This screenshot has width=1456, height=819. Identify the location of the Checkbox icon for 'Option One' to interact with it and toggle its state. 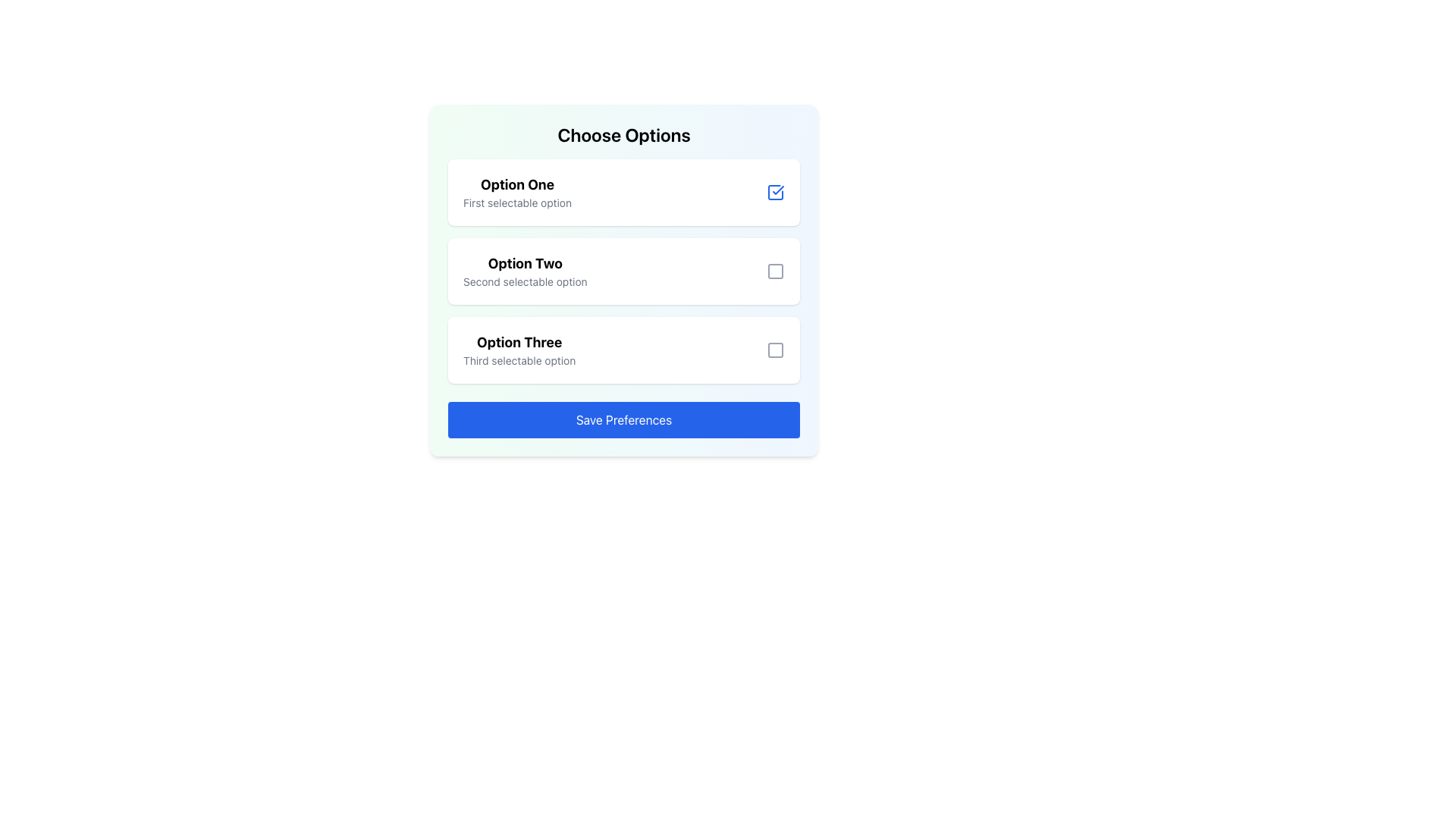
(775, 192).